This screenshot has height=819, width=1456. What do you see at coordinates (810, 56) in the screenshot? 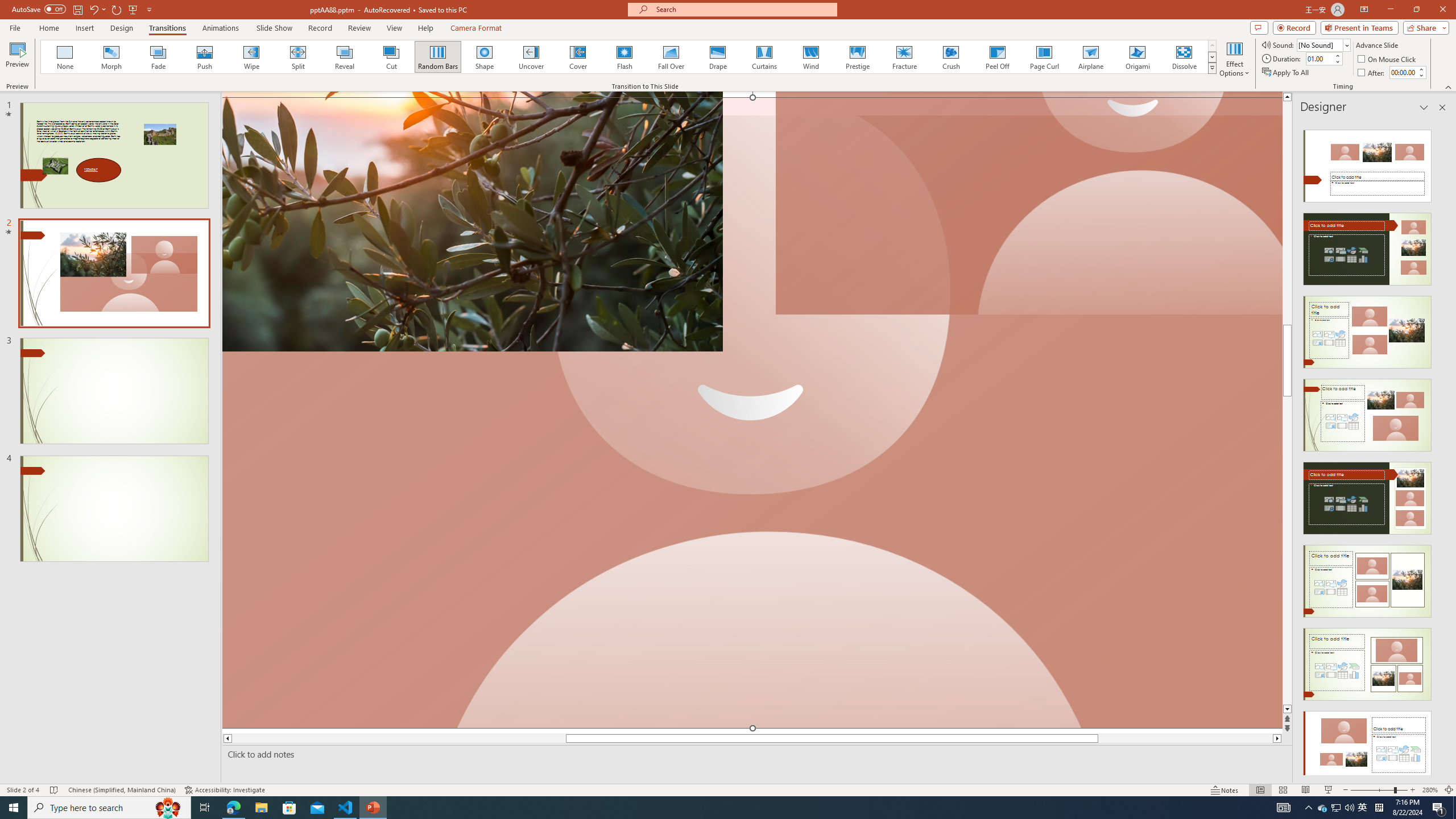
I see `'Wind'` at bounding box center [810, 56].